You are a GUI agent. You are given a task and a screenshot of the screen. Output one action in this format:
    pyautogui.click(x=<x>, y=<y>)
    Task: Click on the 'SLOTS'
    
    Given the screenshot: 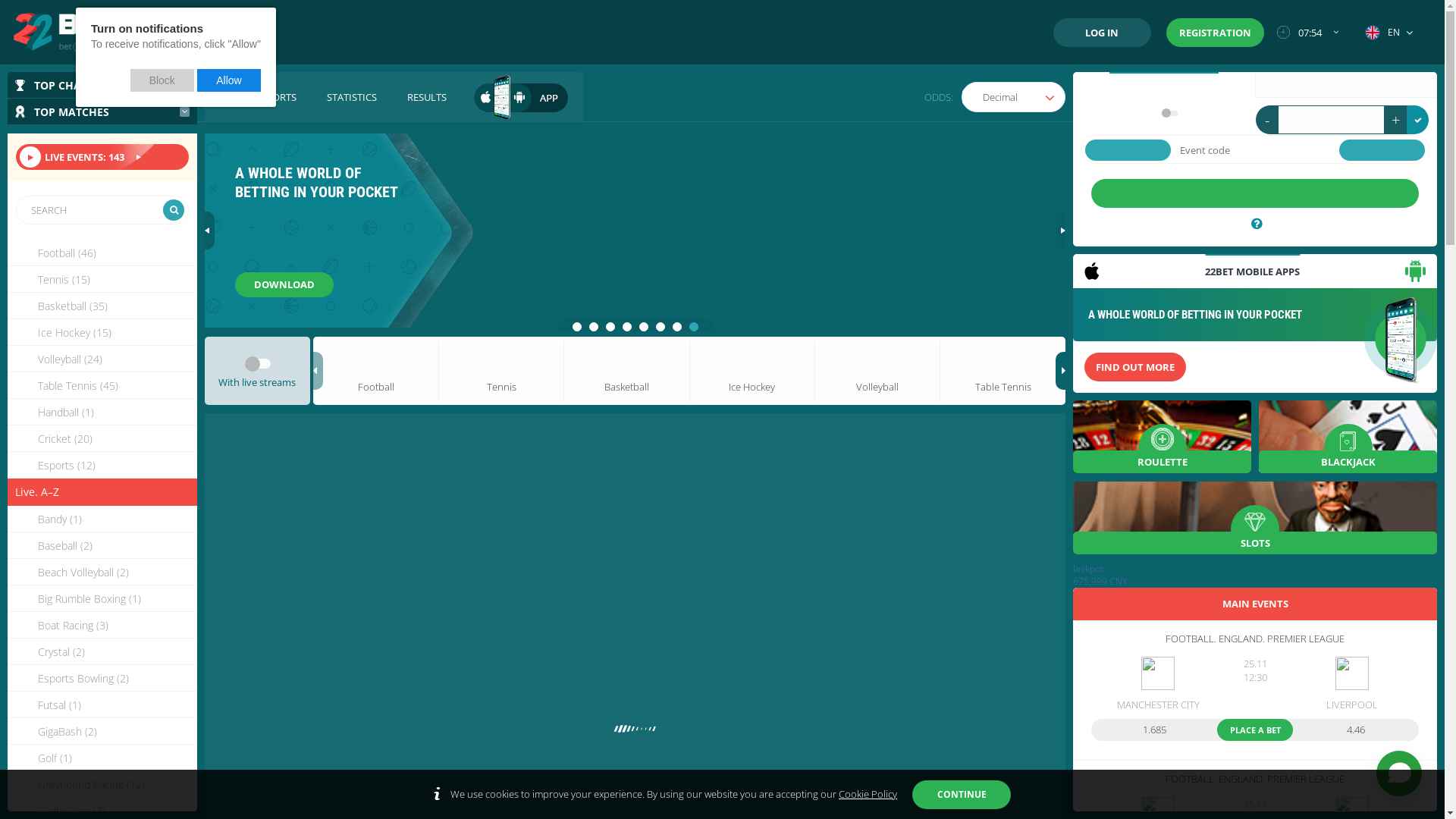 What is the action you would take?
    pyautogui.click(x=1255, y=516)
    